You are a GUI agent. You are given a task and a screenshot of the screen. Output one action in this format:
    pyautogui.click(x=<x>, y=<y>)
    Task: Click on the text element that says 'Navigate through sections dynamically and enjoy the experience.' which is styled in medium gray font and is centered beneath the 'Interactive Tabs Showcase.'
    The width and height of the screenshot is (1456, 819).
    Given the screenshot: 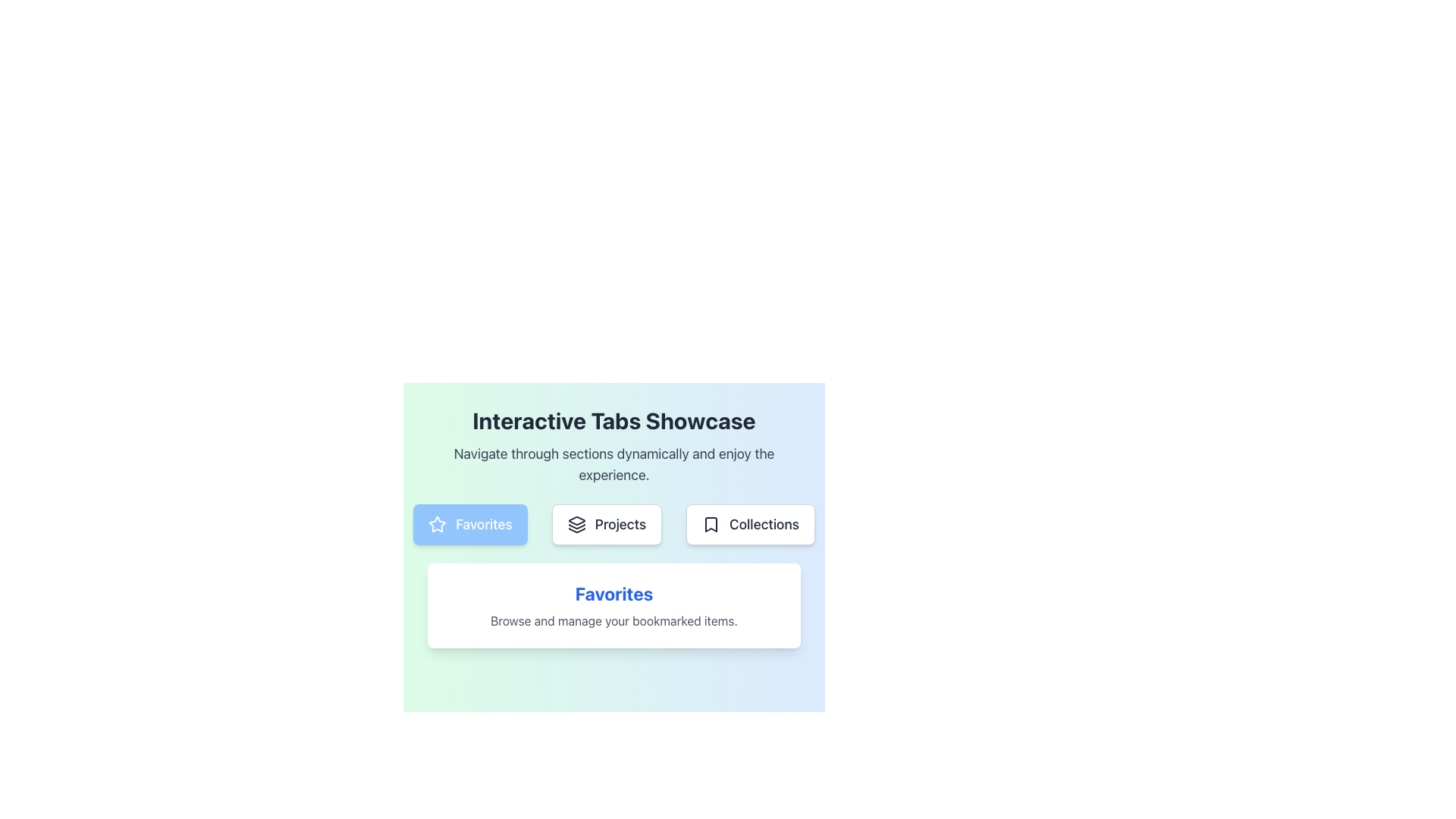 What is the action you would take?
    pyautogui.click(x=614, y=464)
    